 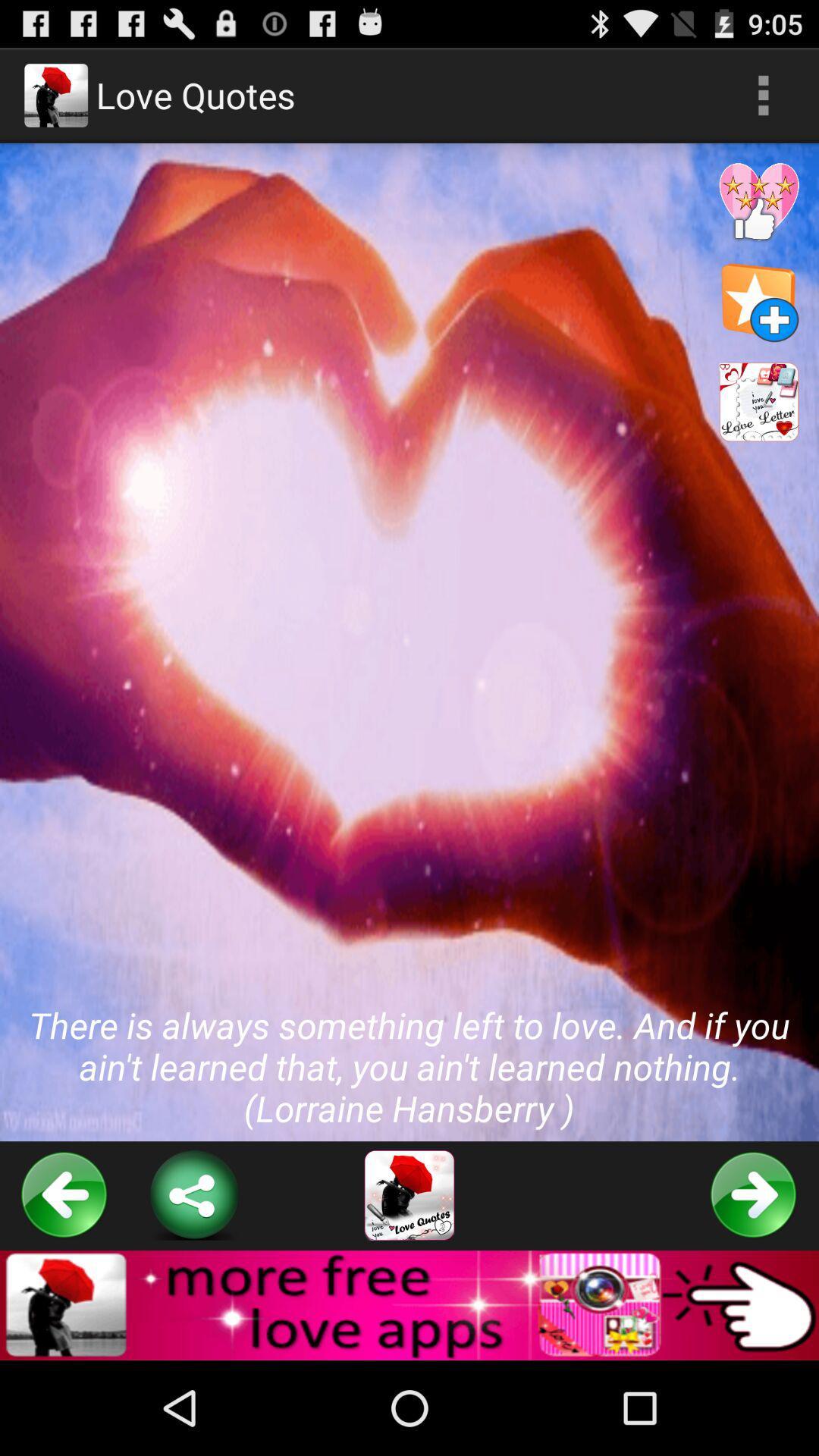 What do you see at coordinates (409, 642) in the screenshot?
I see `there is always` at bounding box center [409, 642].